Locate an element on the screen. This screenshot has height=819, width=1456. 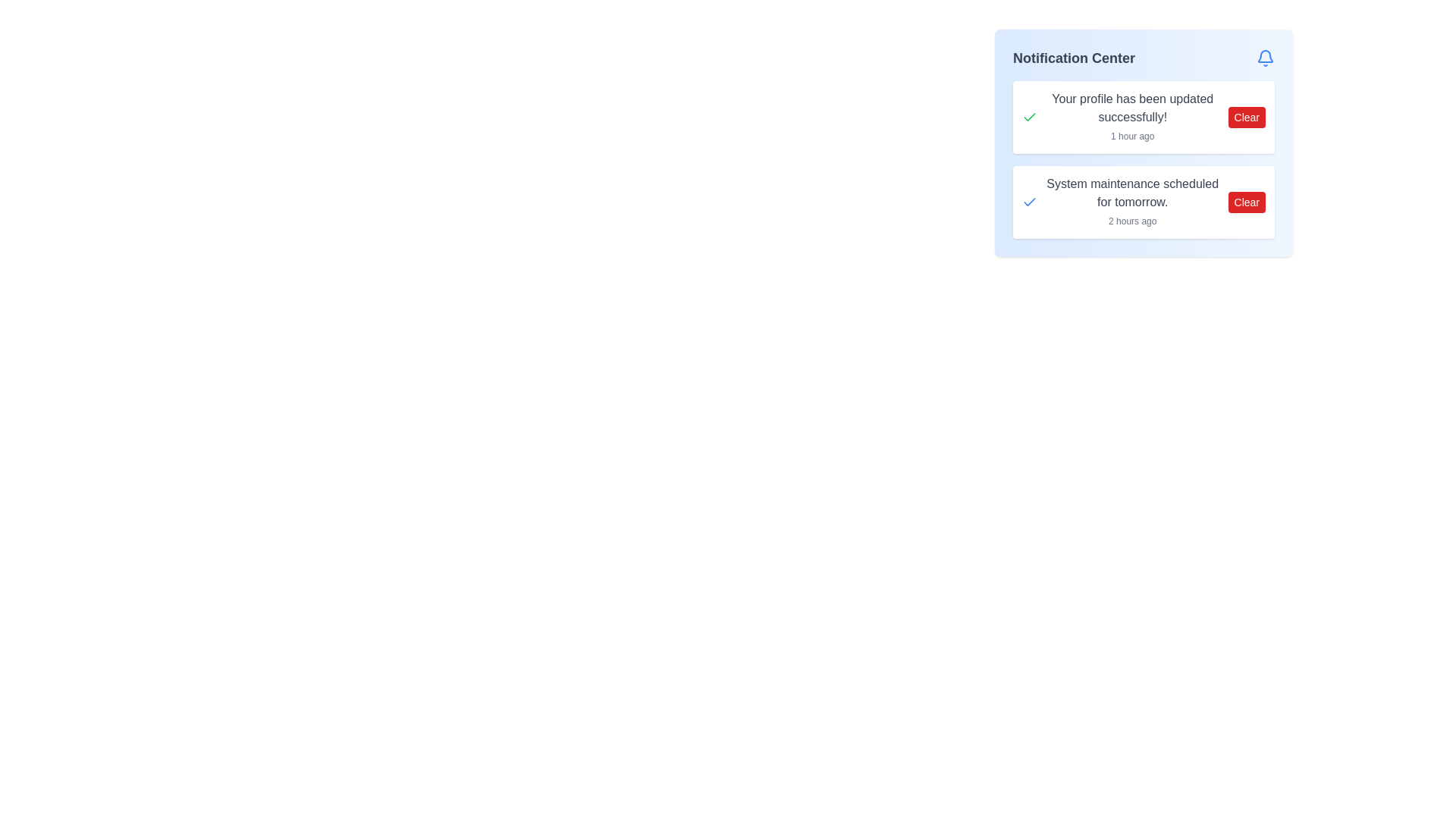
the green checkmark icon that indicates a completed status, located to the left of the notification text about the successful profile update is located at coordinates (1030, 116).